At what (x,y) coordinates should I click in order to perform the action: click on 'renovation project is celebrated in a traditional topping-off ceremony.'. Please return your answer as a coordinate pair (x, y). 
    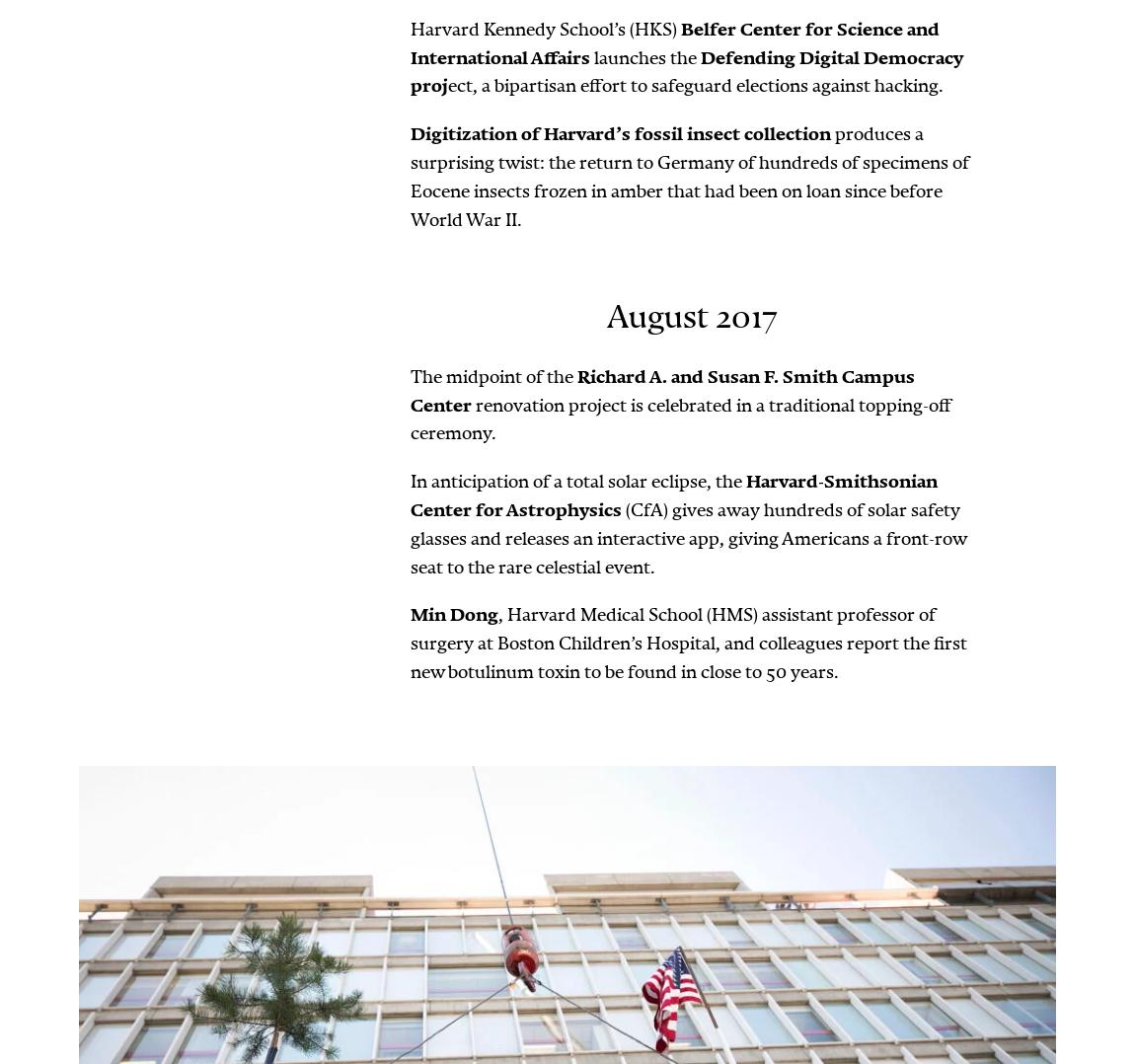
    Looking at the image, I should click on (680, 418).